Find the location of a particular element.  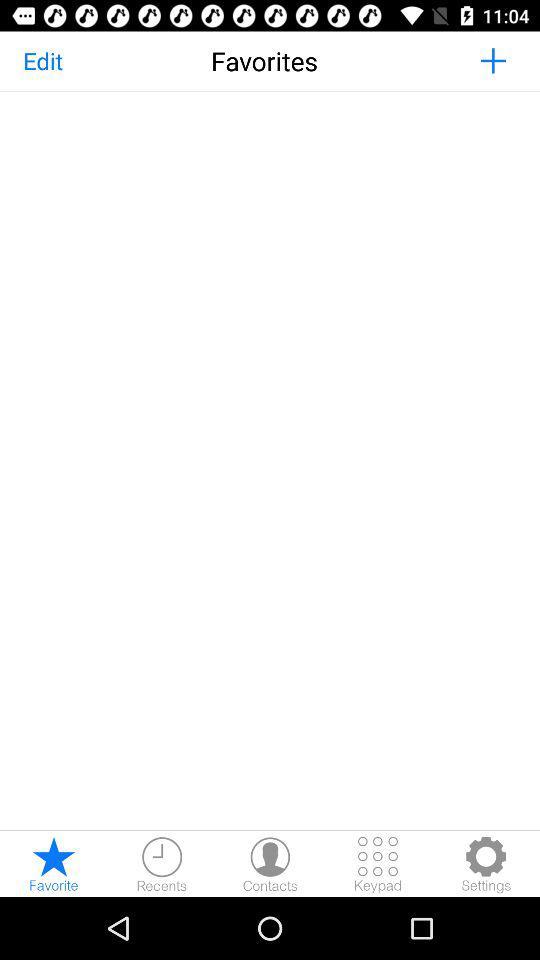

page is located at coordinates (54, 863).